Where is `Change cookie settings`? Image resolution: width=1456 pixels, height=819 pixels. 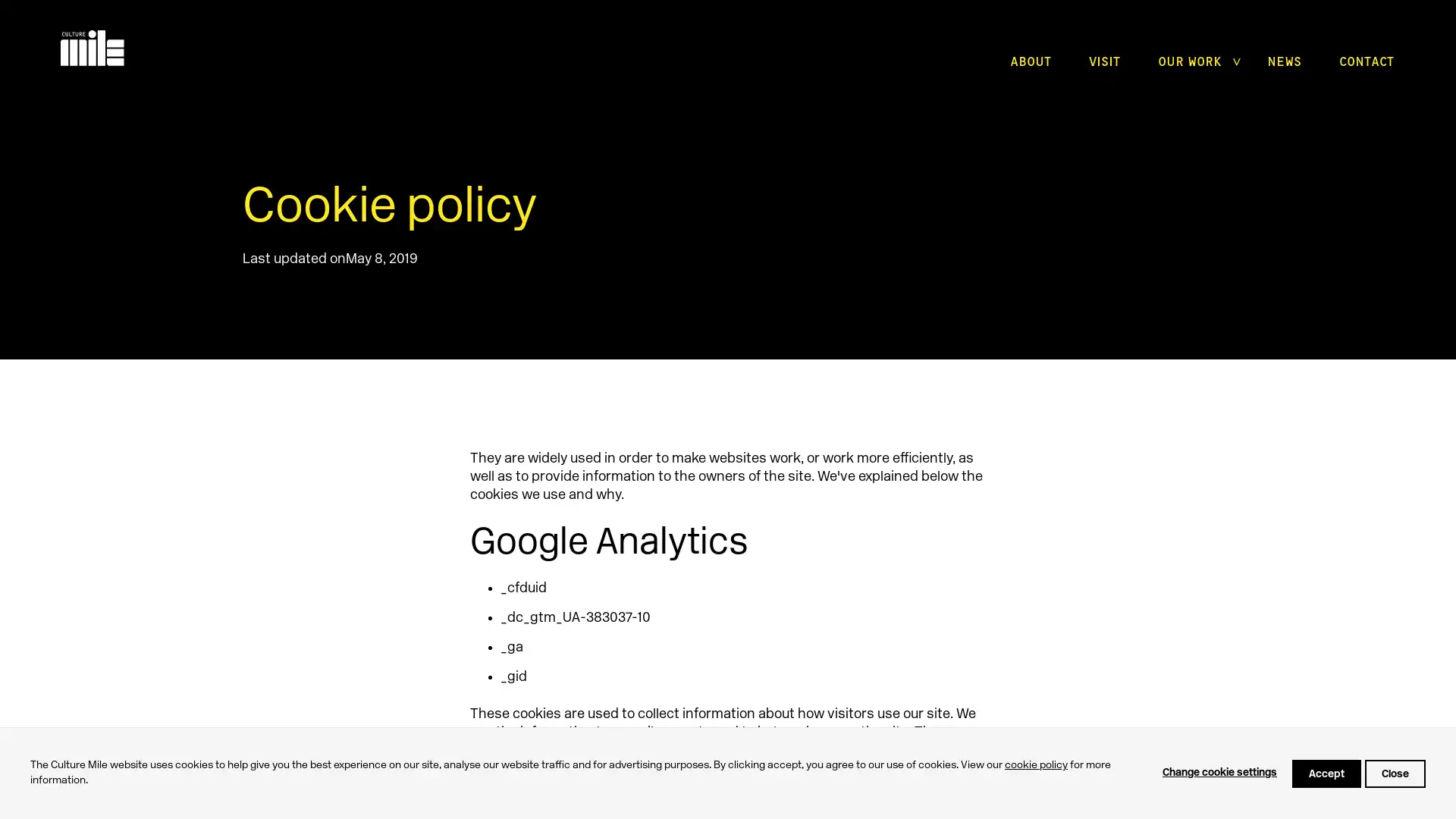 Change cookie settings is located at coordinates (1219, 773).